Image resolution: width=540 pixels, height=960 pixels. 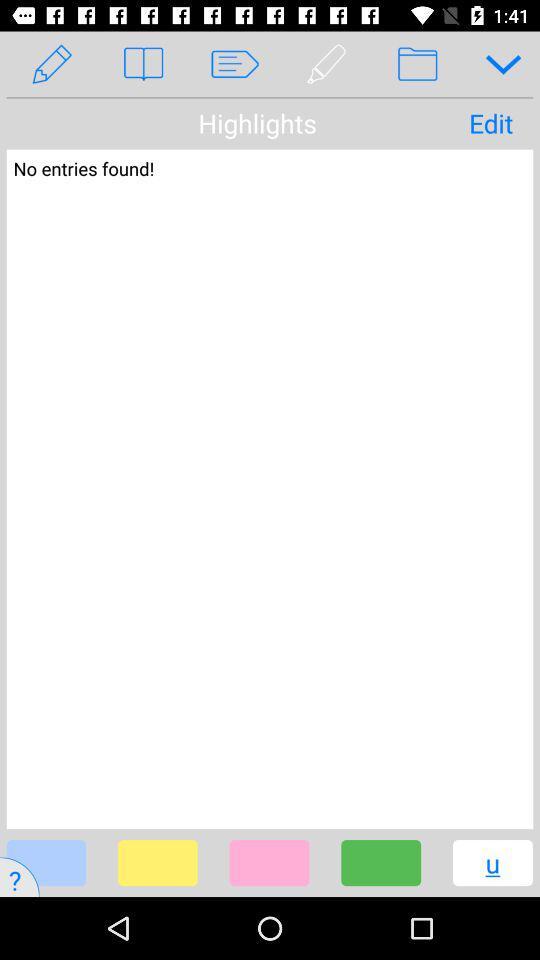 What do you see at coordinates (142, 64) in the screenshot?
I see `the second icon which is on the top of the page` at bounding box center [142, 64].